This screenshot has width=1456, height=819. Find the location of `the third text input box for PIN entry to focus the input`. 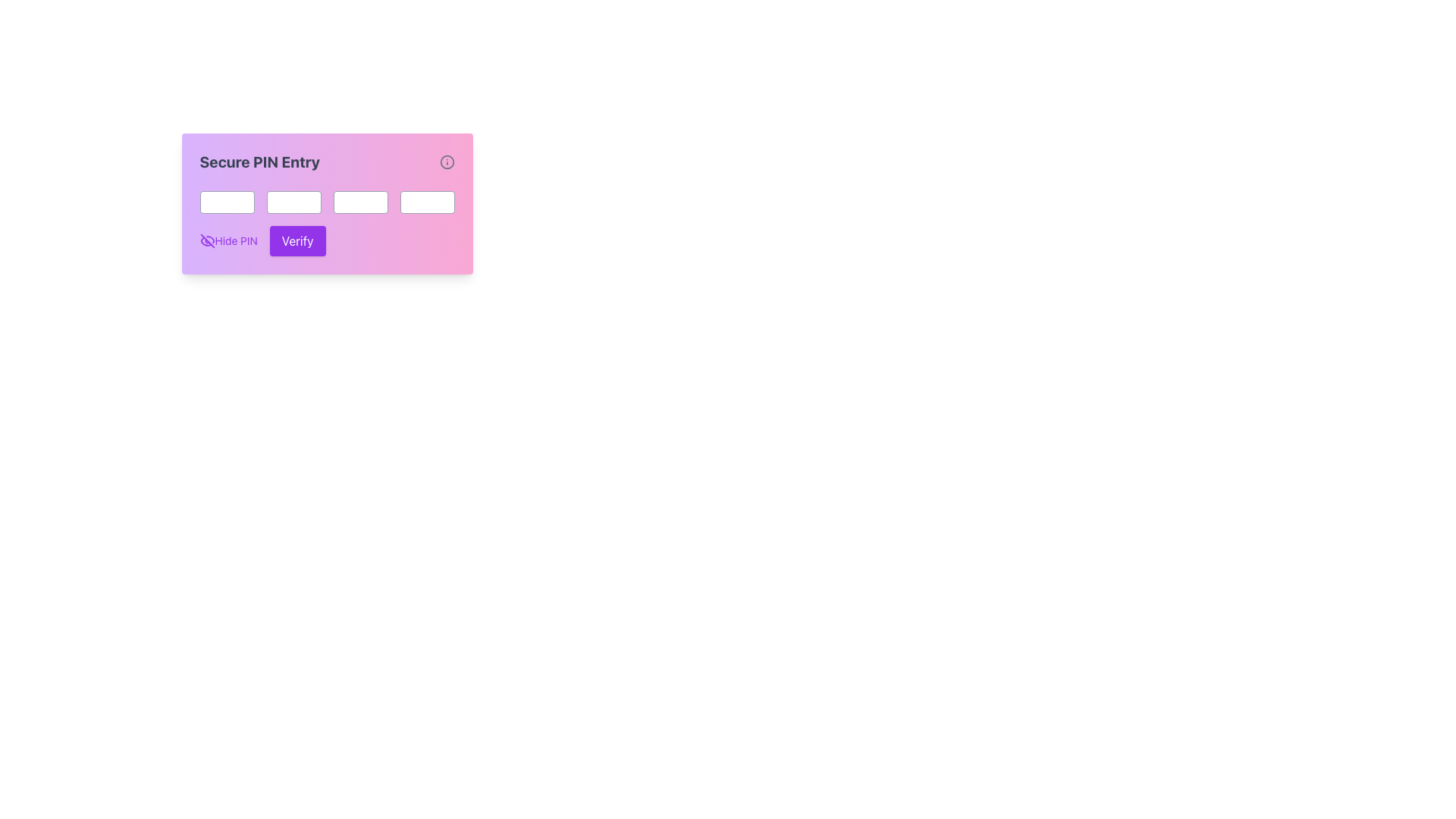

the third text input box for PIN entry to focus the input is located at coordinates (326, 201).